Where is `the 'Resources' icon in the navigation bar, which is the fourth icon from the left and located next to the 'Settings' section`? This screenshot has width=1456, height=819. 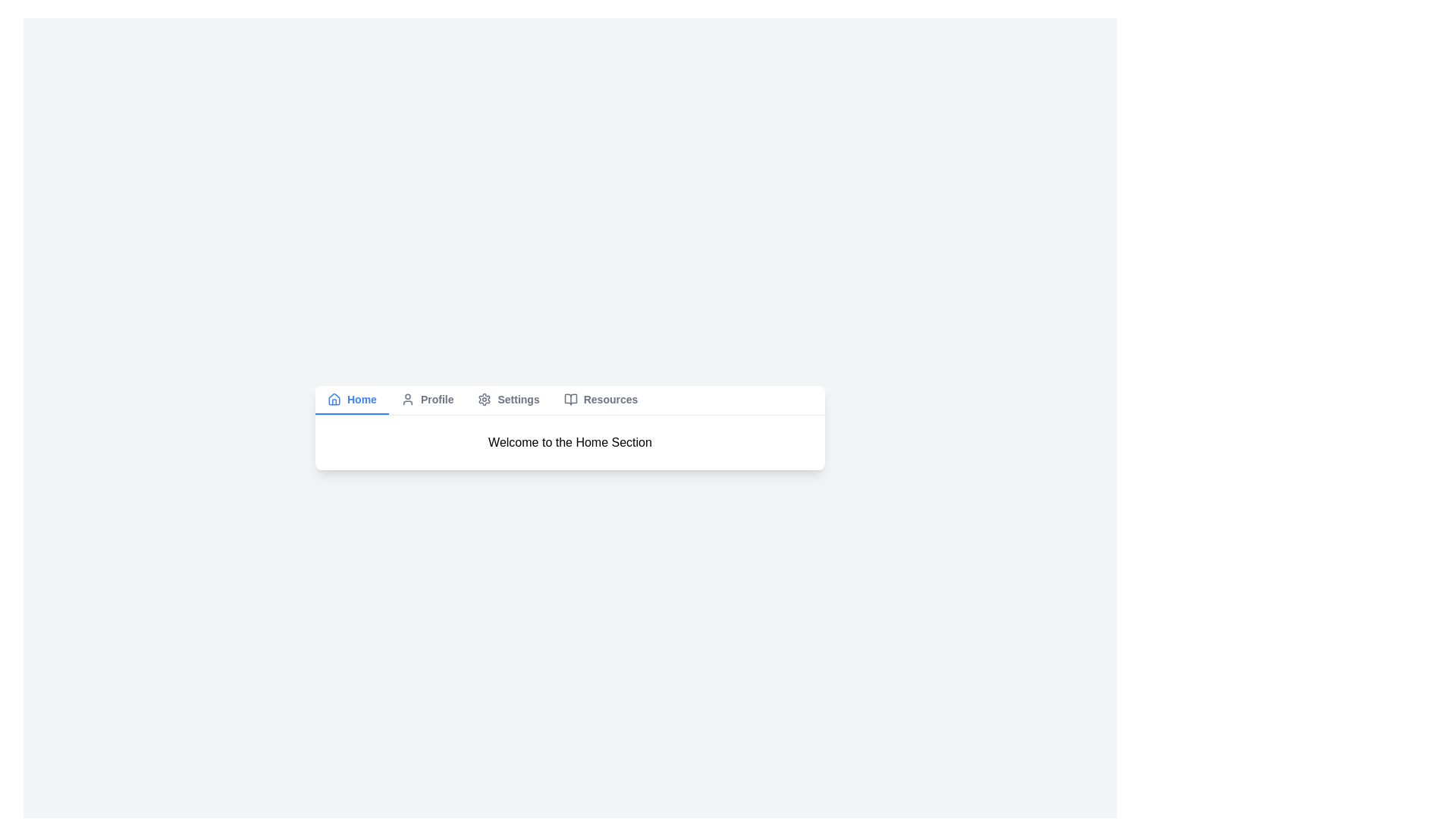
the 'Resources' icon in the navigation bar, which is the fourth icon from the left and located next to the 'Settings' section is located at coordinates (570, 398).